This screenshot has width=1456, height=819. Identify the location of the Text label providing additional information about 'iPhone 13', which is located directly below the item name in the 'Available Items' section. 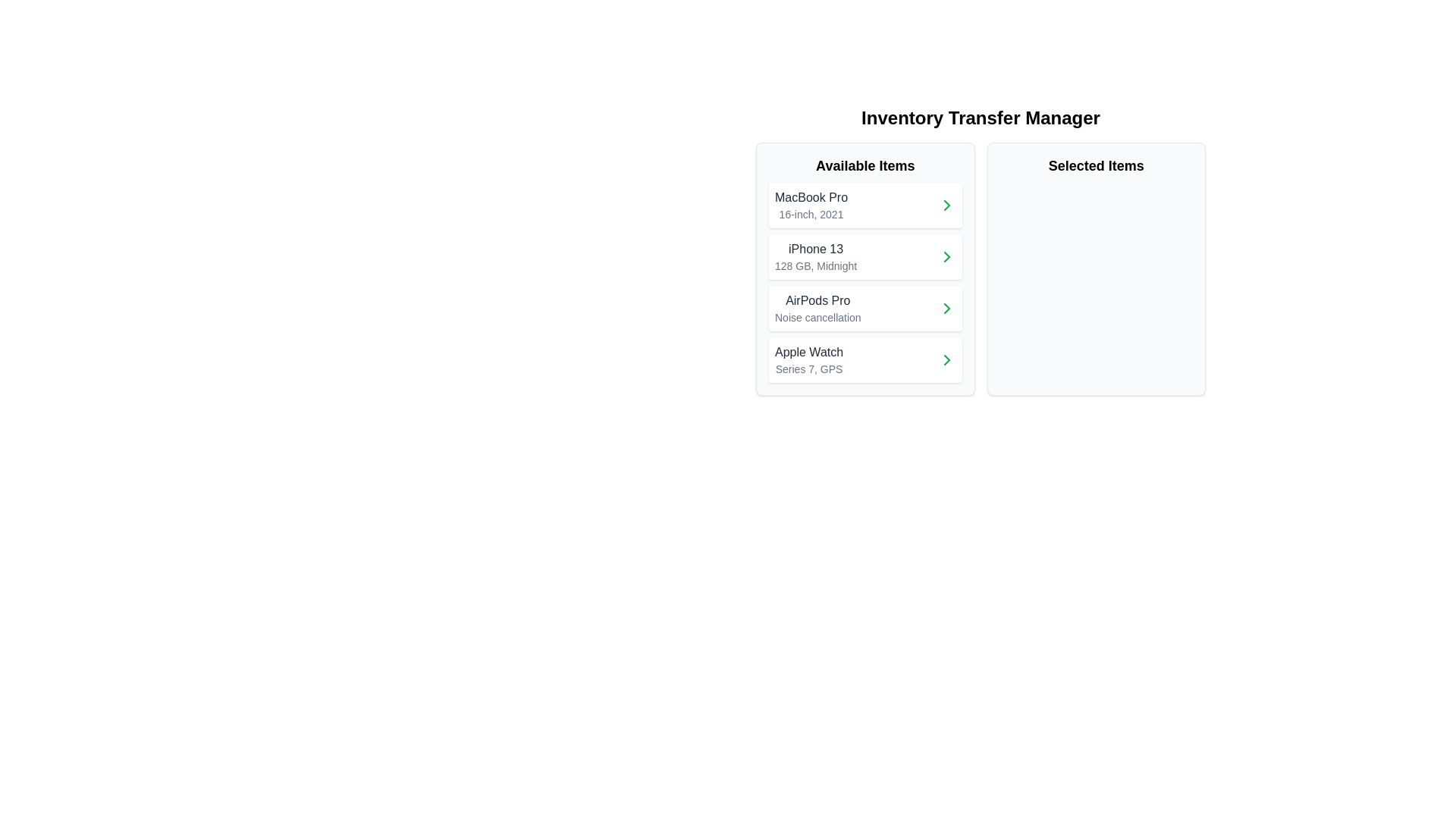
(815, 265).